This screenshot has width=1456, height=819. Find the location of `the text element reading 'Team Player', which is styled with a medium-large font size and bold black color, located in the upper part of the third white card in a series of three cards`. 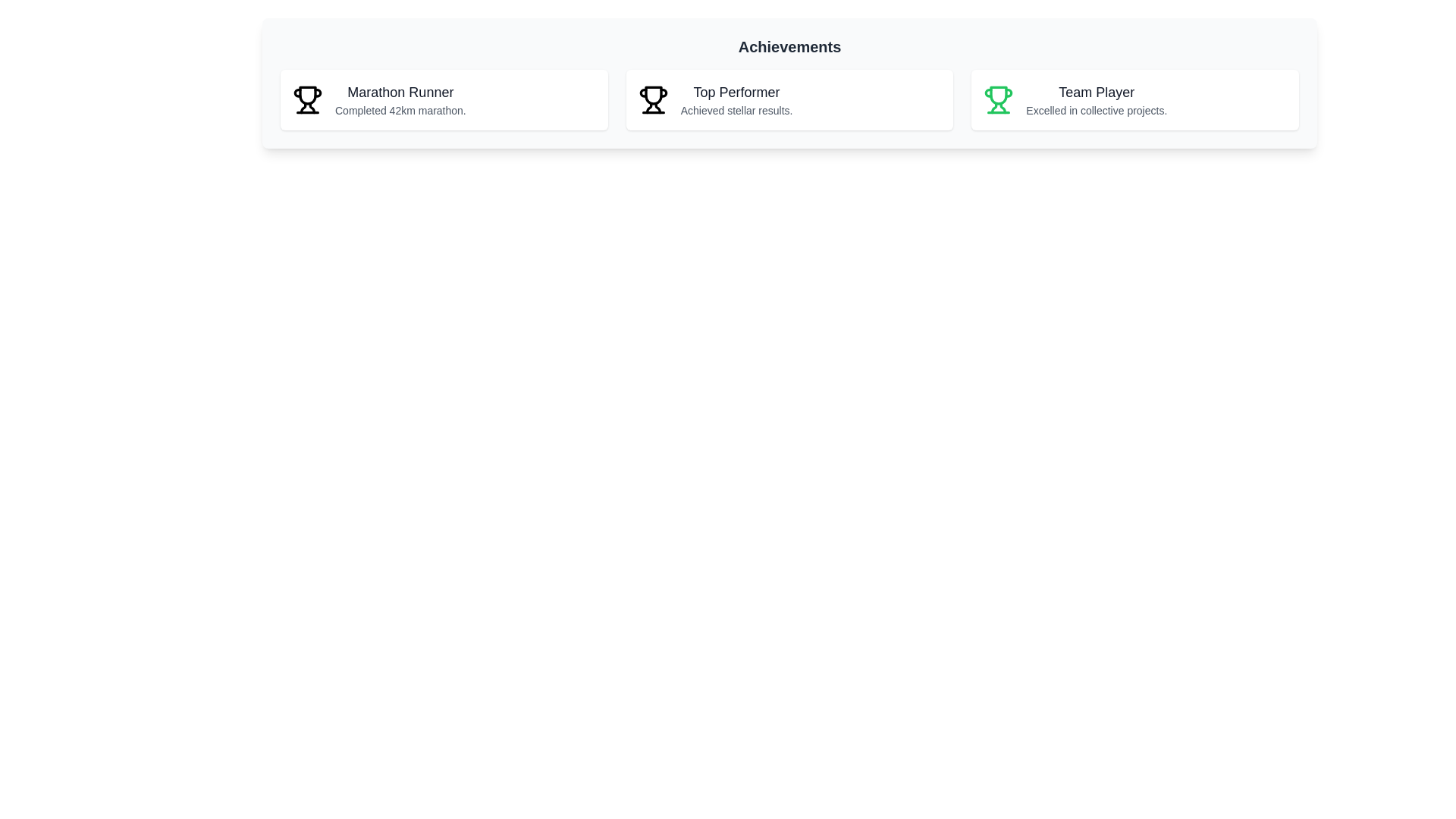

the text element reading 'Team Player', which is styled with a medium-large font size and bold black color, located in the upper part of the third white card in a series of three cards is located at coordinates (1097, 93).